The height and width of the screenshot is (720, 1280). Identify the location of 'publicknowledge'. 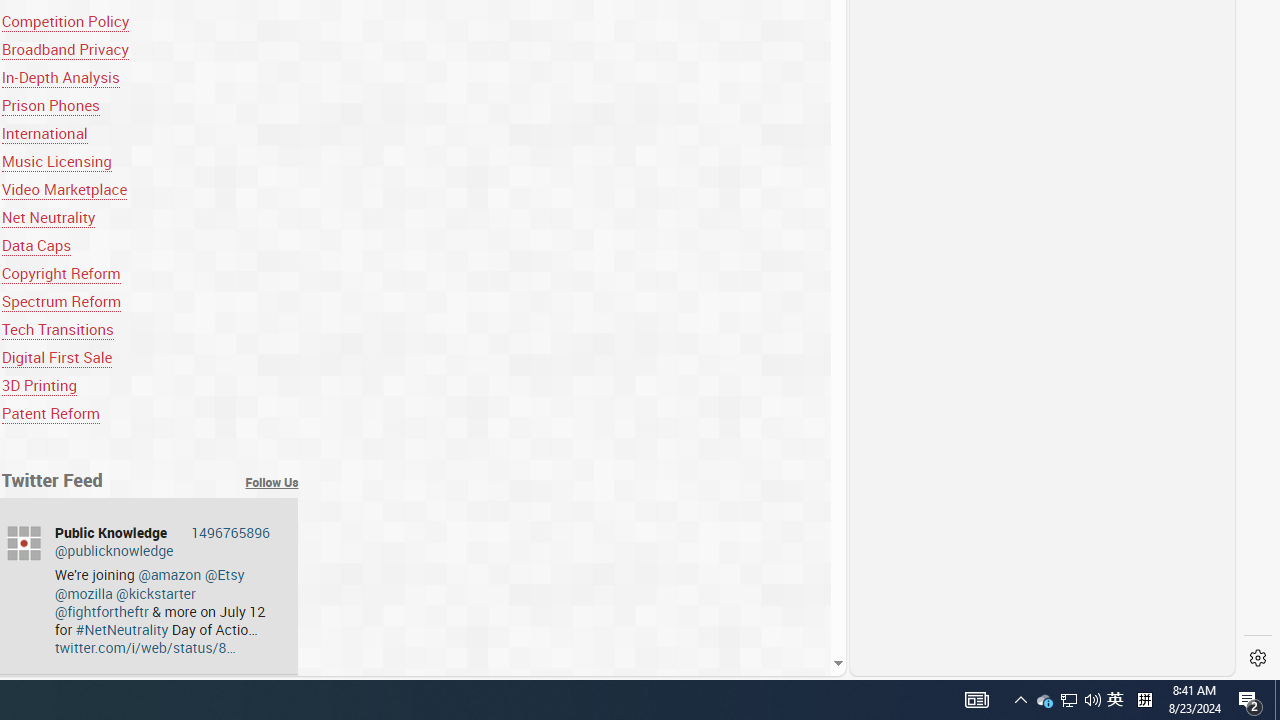
(24, 543).